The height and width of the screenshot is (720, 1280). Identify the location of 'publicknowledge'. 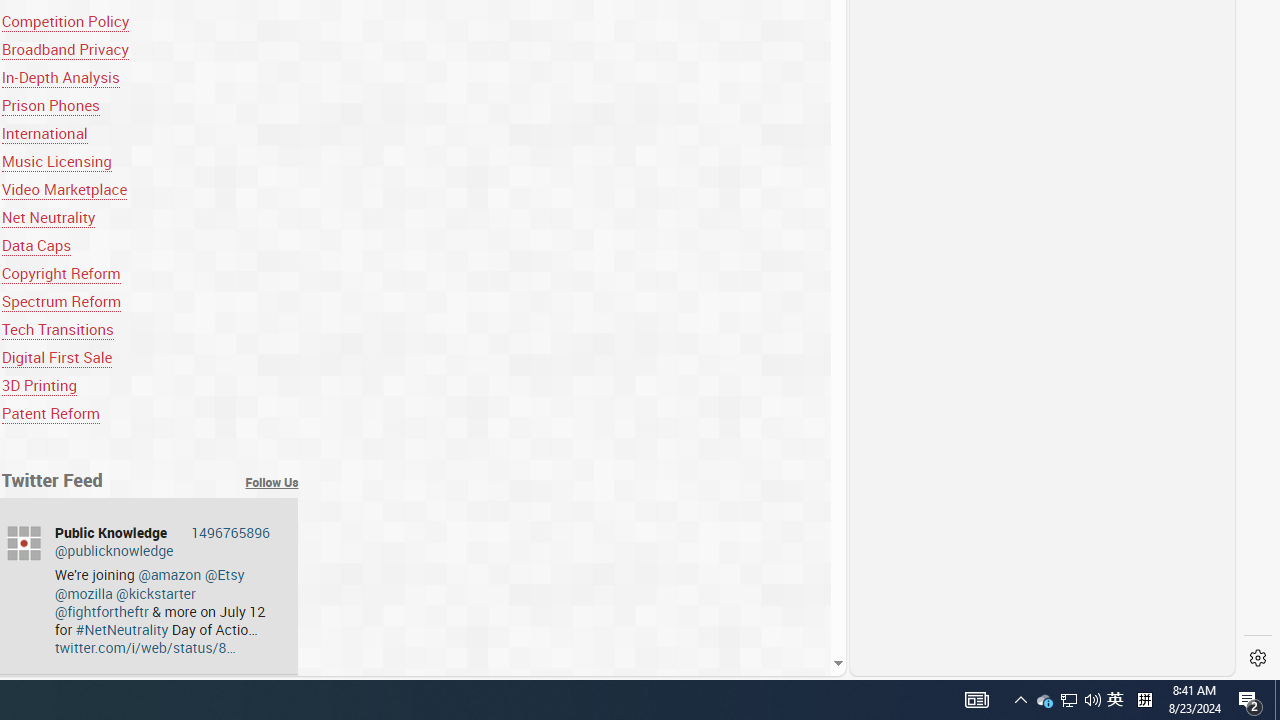
(24, 543).